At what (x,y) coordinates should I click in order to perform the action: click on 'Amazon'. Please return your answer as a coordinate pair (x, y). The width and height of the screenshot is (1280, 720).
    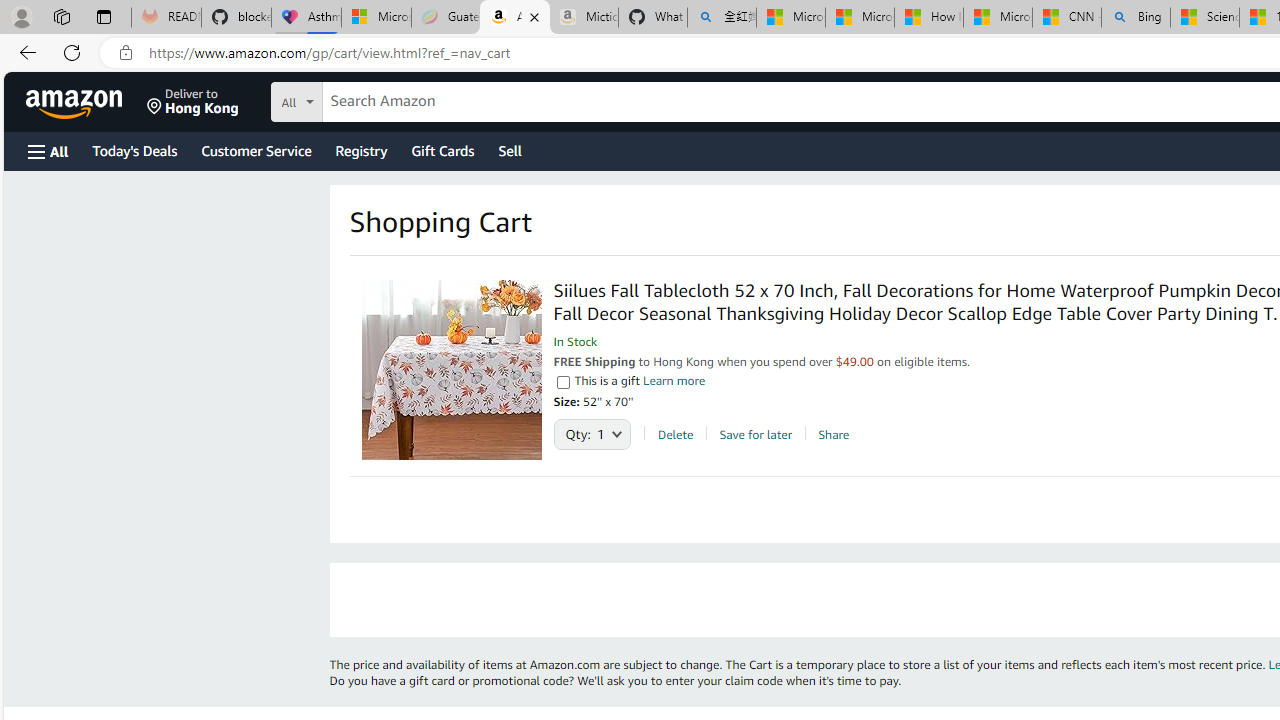
    Looking at the image, I should click on (76, 101).